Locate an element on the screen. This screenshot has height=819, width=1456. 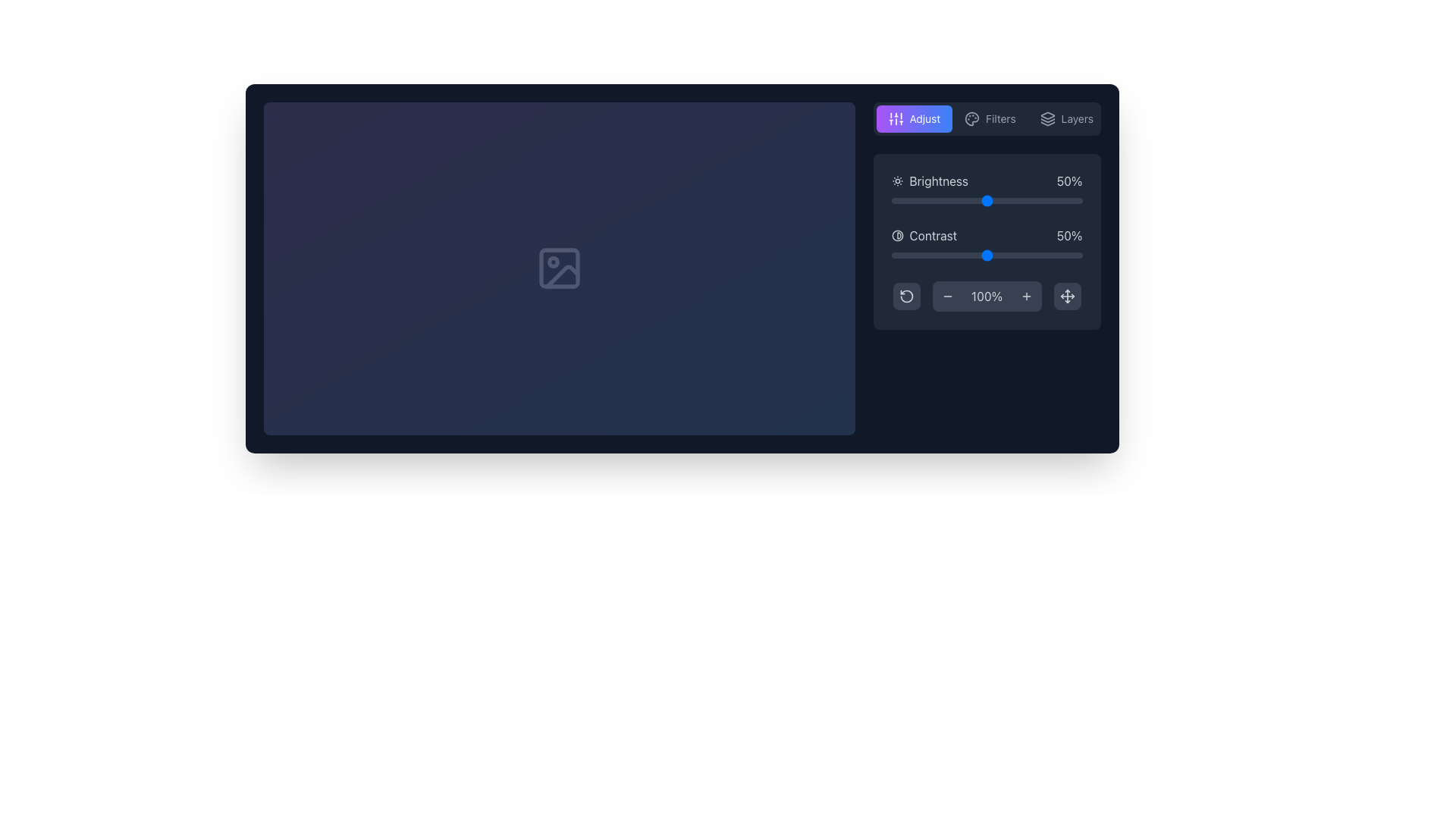
the slider value is located at coordinates (1072, 200).